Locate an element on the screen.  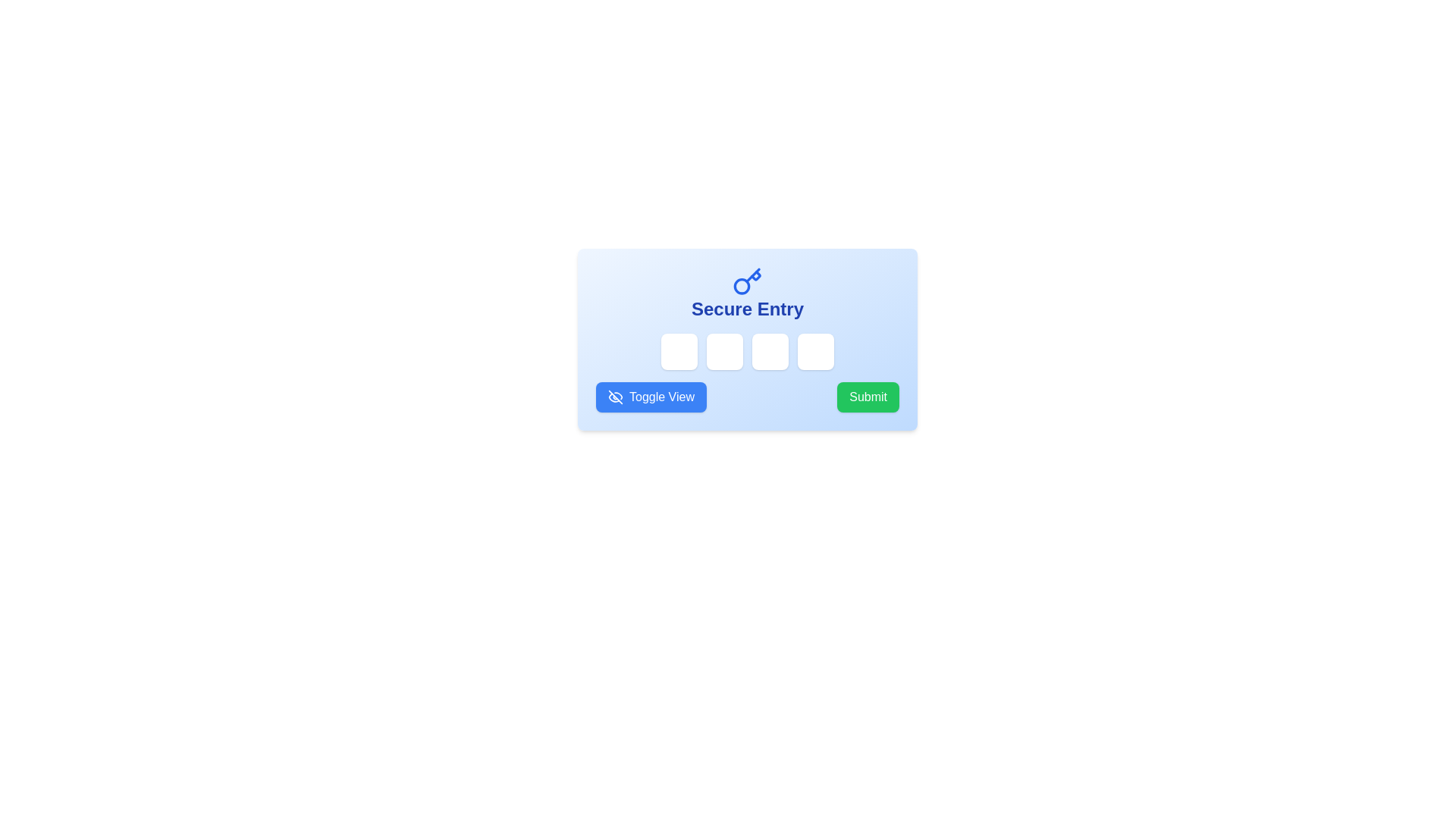
the eye icon with a slash through it, located within the blue button labeled 'Toggle View' is located at coordinates (615, 397).